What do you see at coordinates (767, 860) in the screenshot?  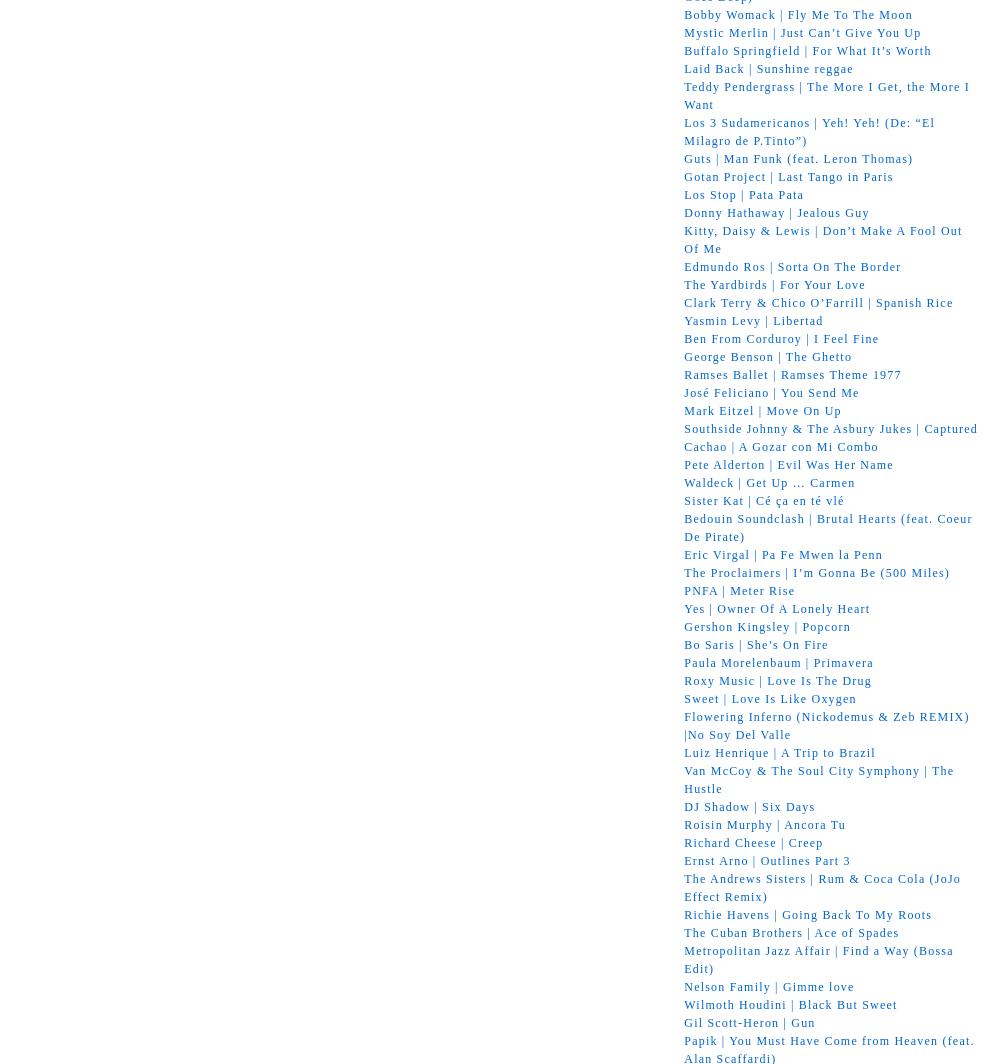 I see `'Ernst Arno | Outlines Part 3'` at bounding box center [767, 860].